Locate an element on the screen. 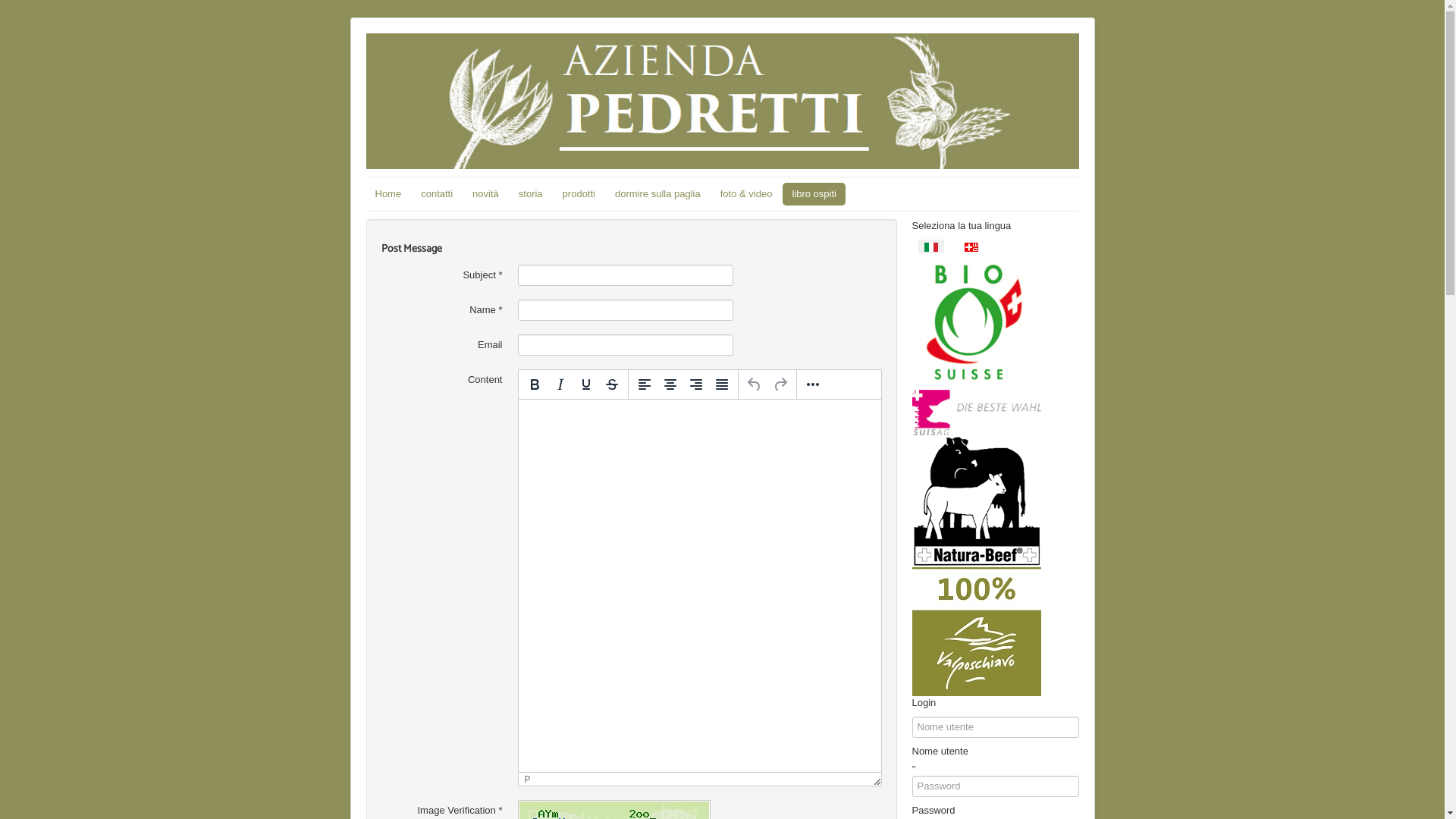  'More...' is located at coordinates (799, 383).